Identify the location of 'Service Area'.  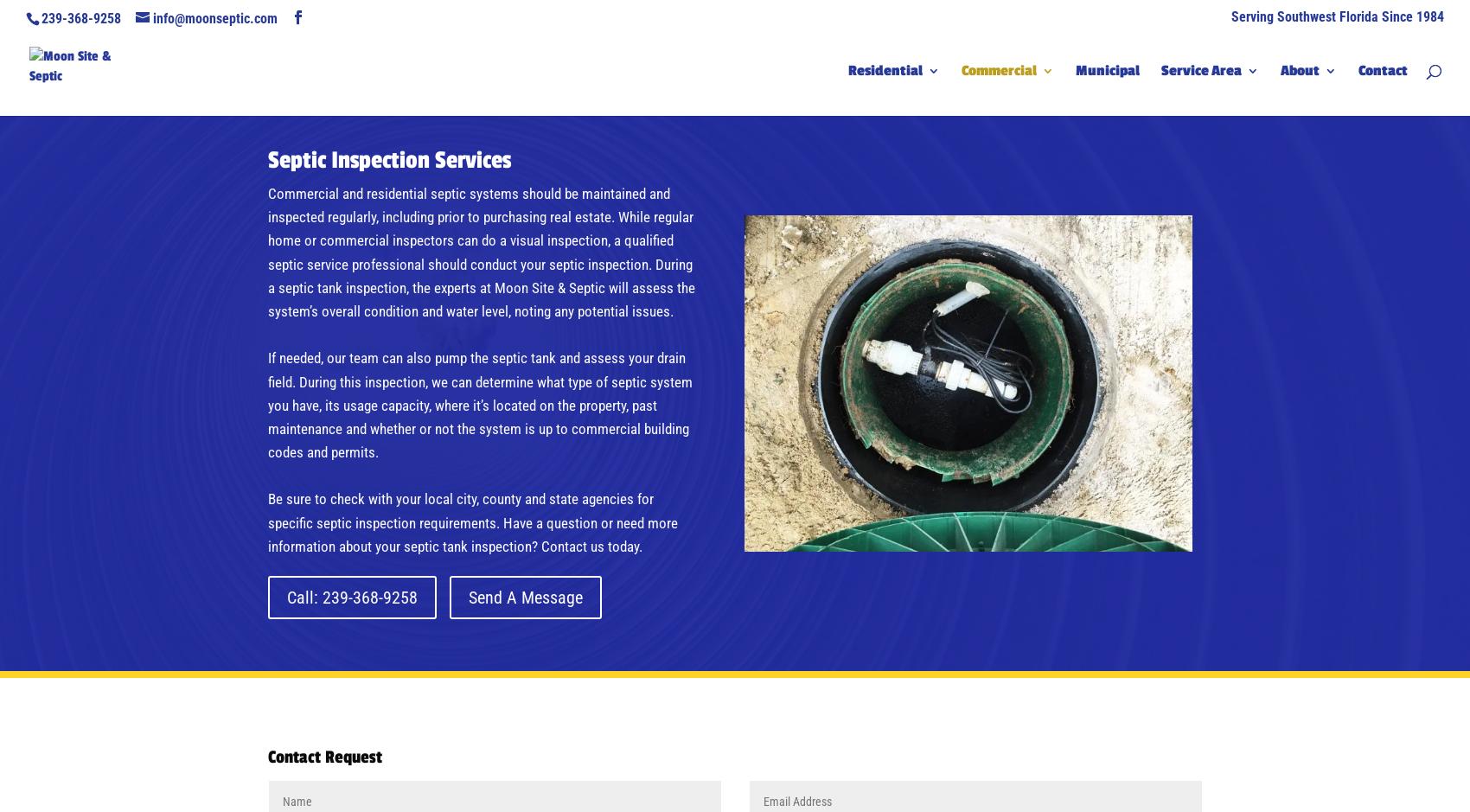
(1200, 70).